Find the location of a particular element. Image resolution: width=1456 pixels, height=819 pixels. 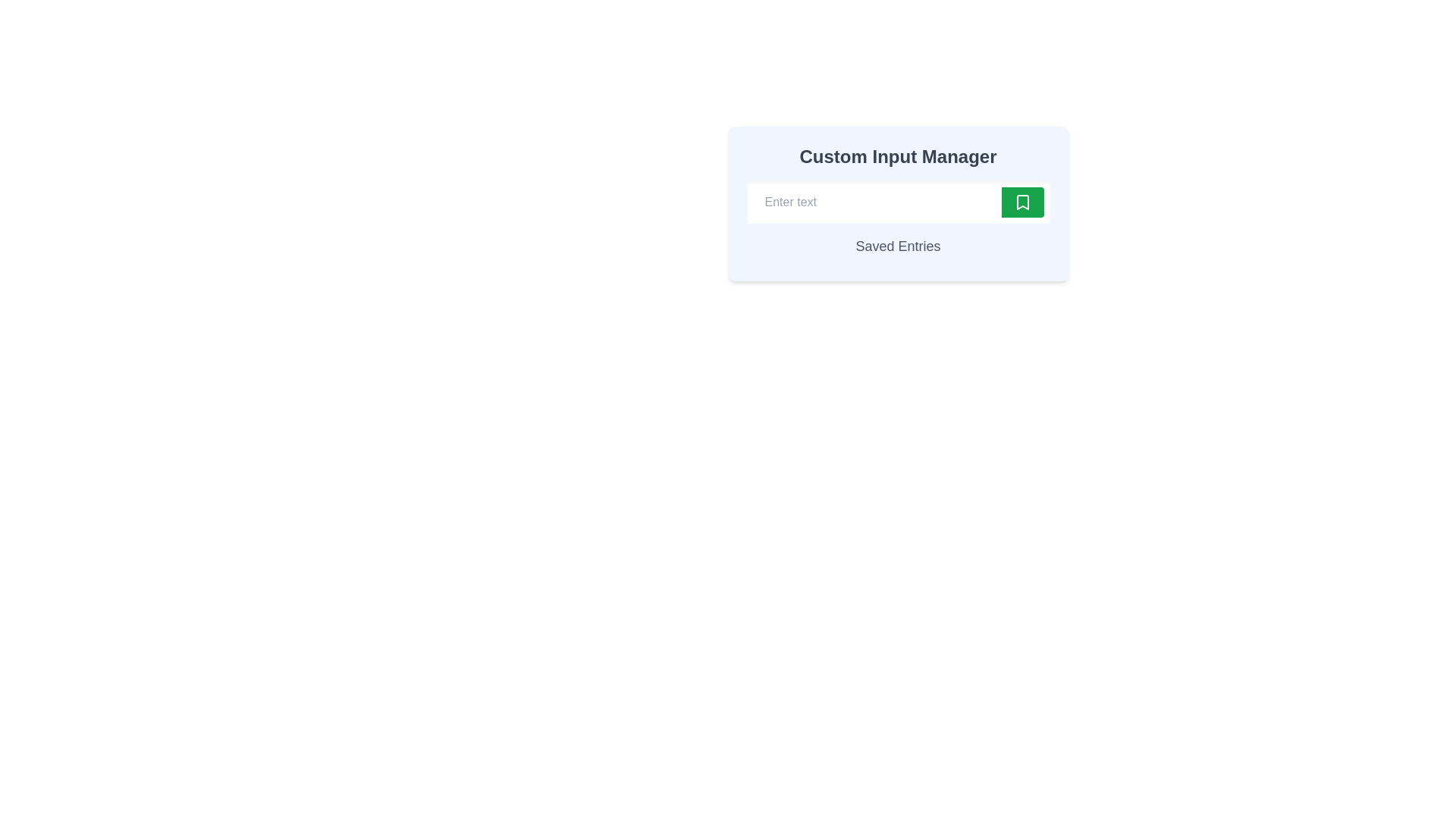

the save/bookmark icon located inside the green square adjacent is located at coordinates (1022, 201).